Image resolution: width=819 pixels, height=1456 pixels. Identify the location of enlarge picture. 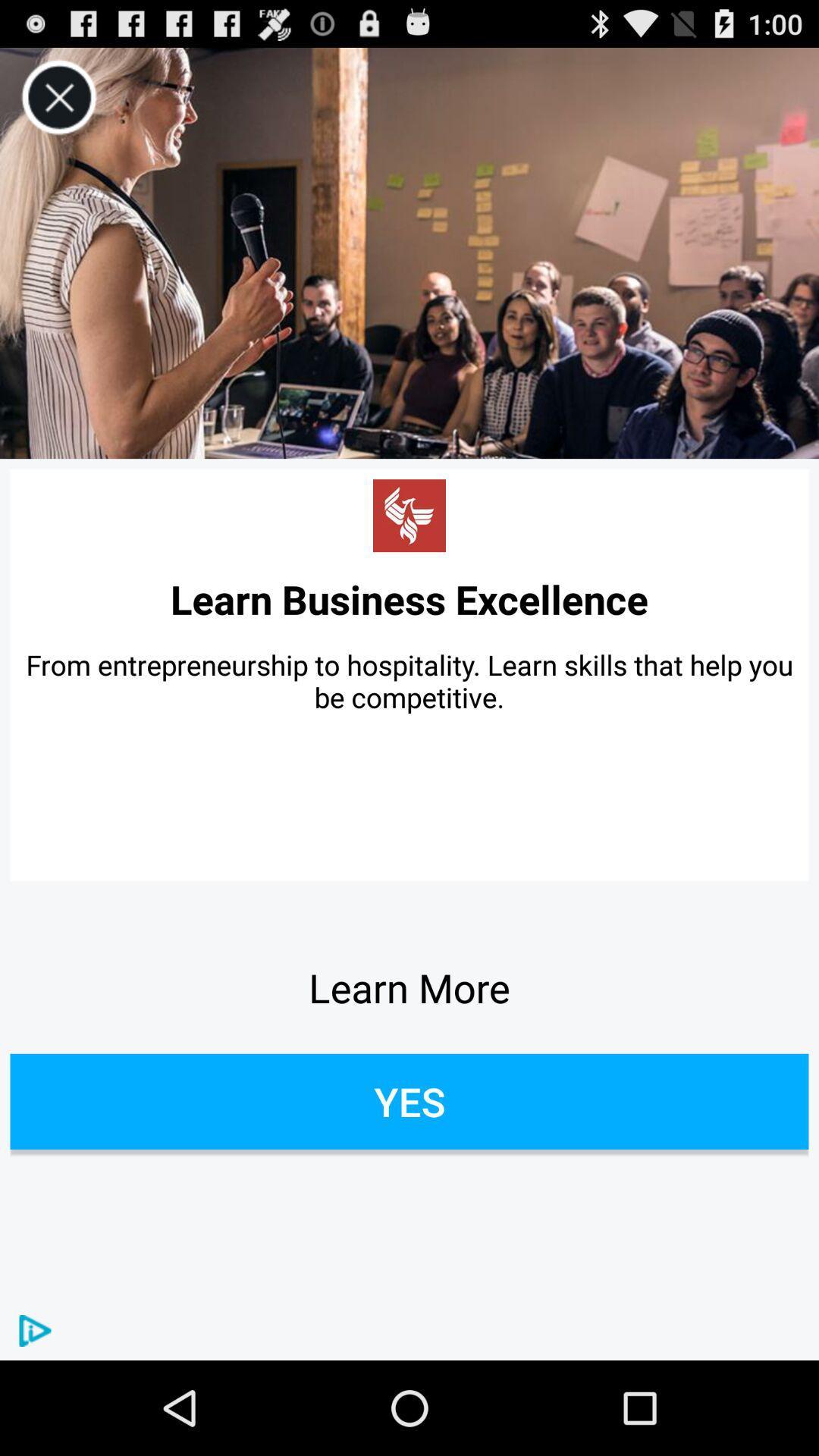
(409, 253).